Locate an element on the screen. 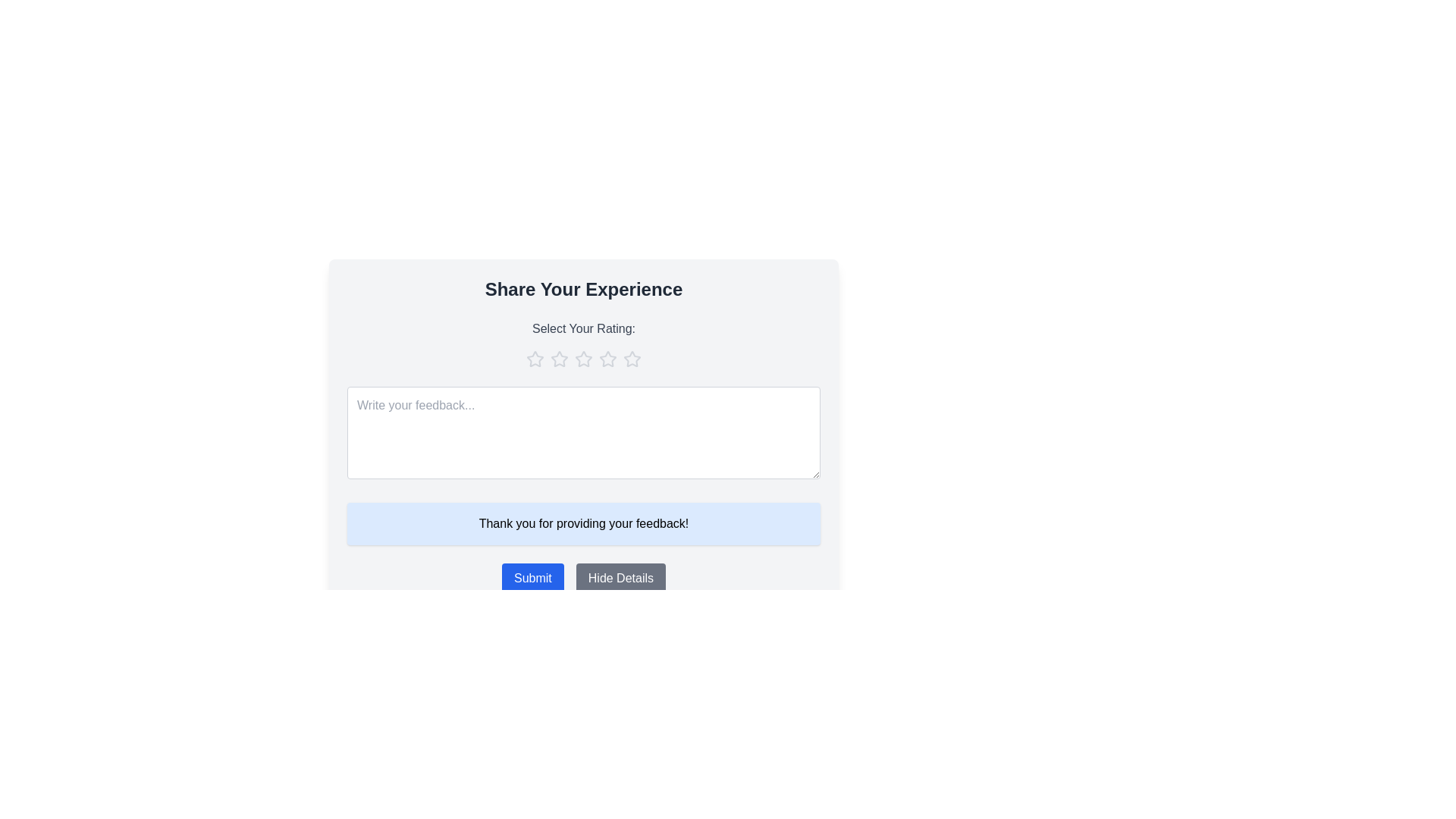 This screenshot has width=1456, height=819. the text box with a light blue background displaying 'Thank you for providing your feedback!' located between the feedback text area and the buttons is located at coordinates (582, 522).